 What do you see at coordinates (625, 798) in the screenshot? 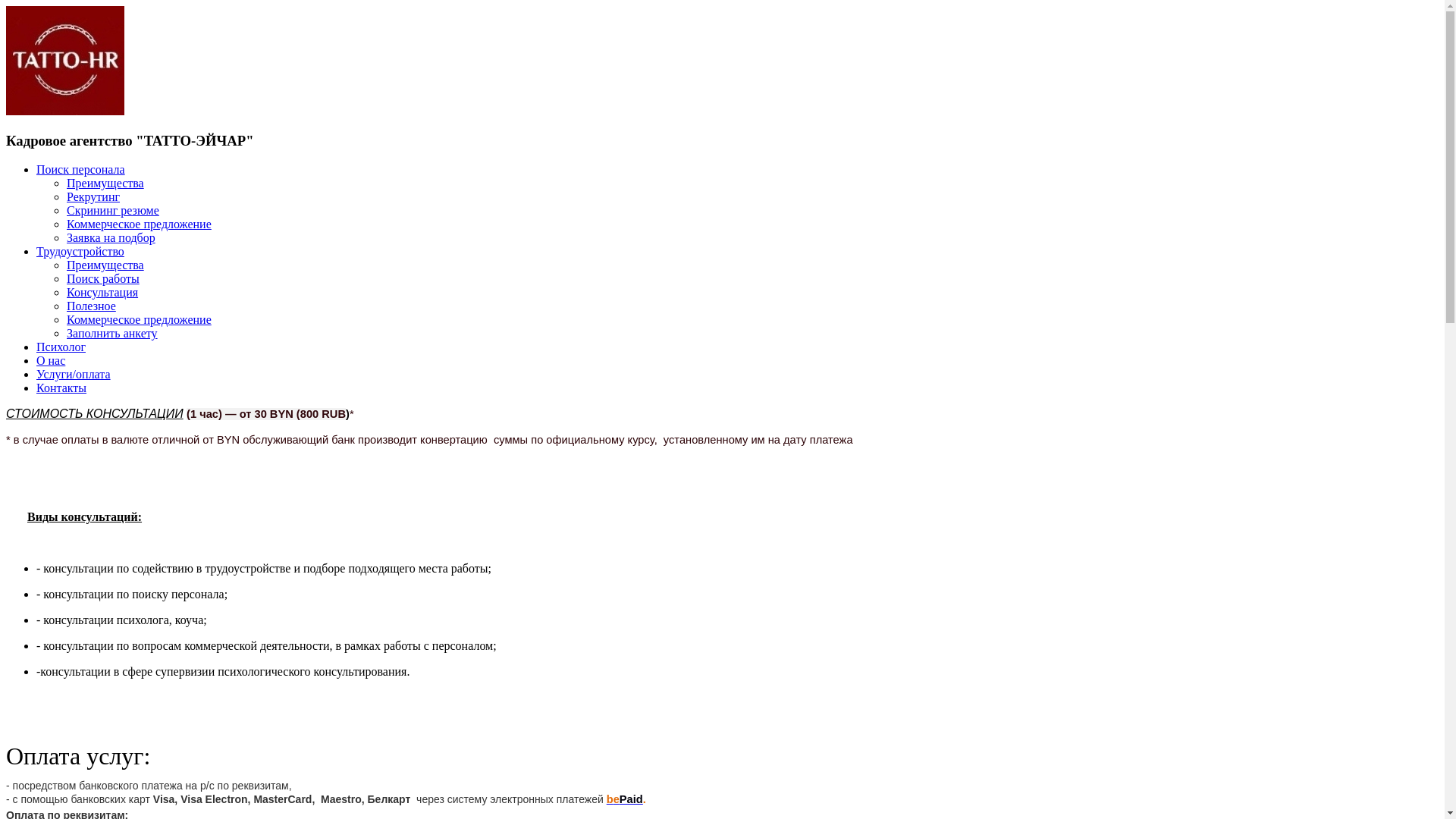
I see `'bePaid'` at bounding box center [625, 798].